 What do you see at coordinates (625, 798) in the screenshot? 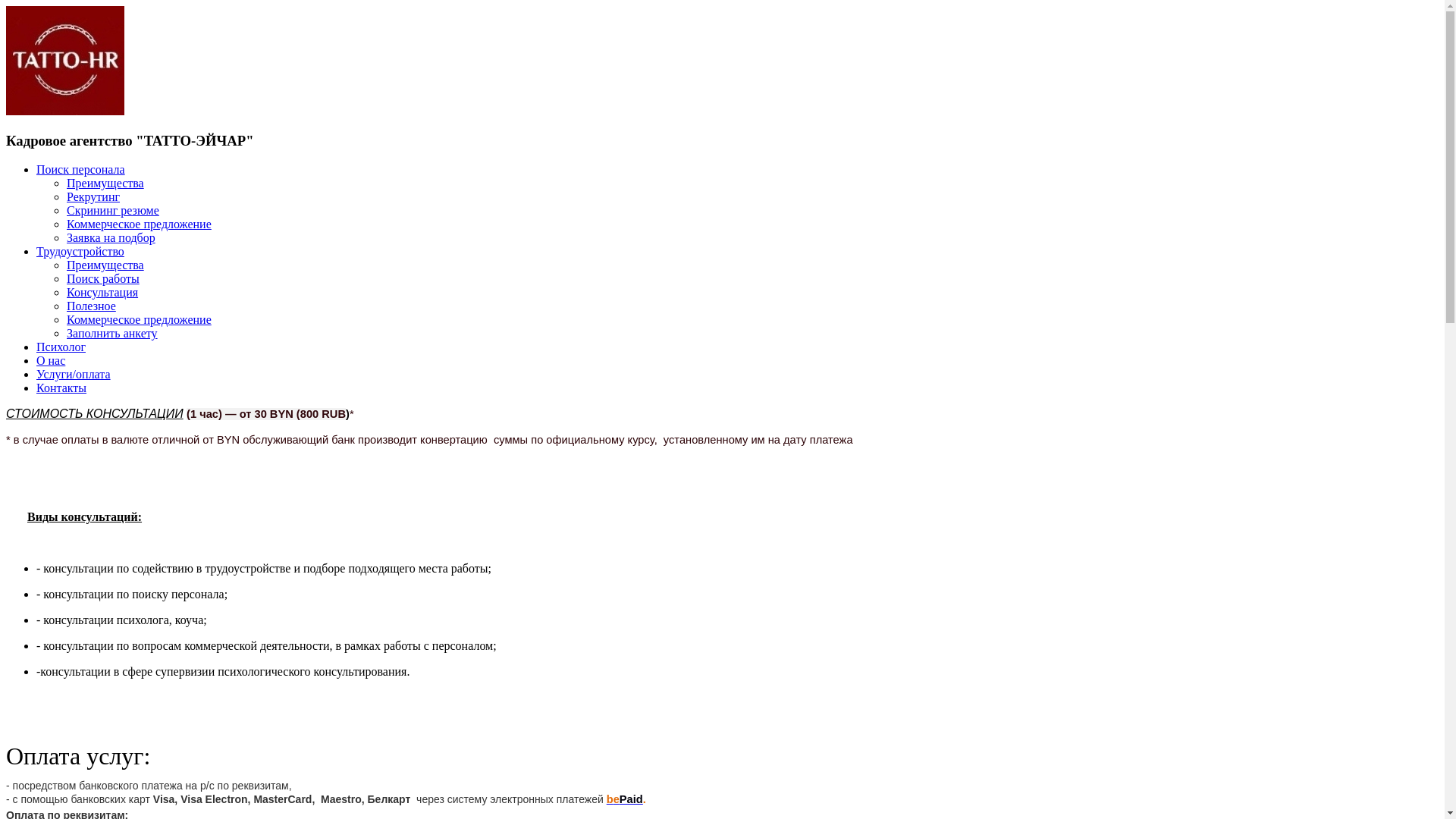
I see `'bePaid'` at bounding box center [625, 798].